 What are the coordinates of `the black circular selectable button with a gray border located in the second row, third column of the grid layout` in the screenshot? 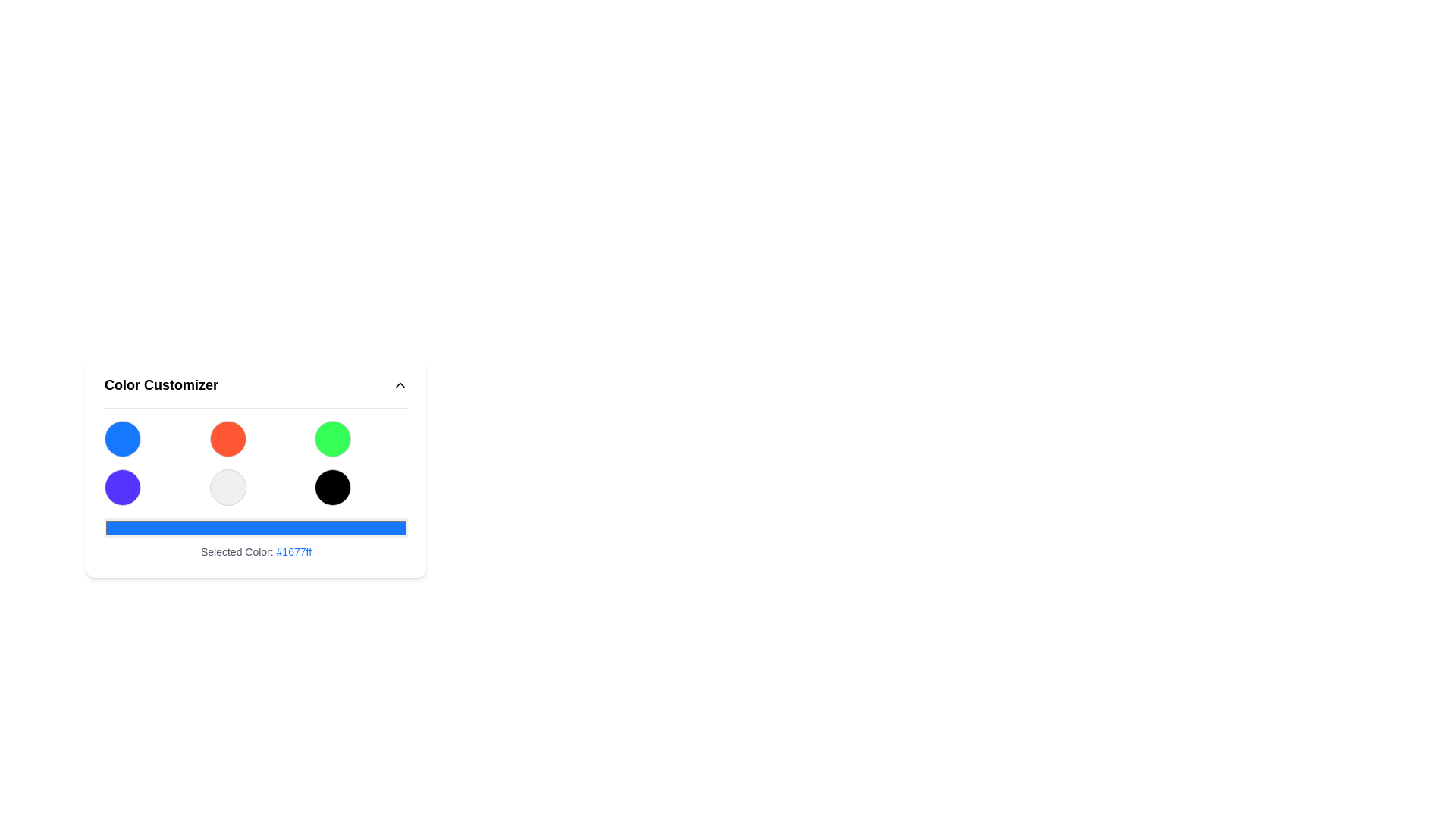 It's located at (332, 488).